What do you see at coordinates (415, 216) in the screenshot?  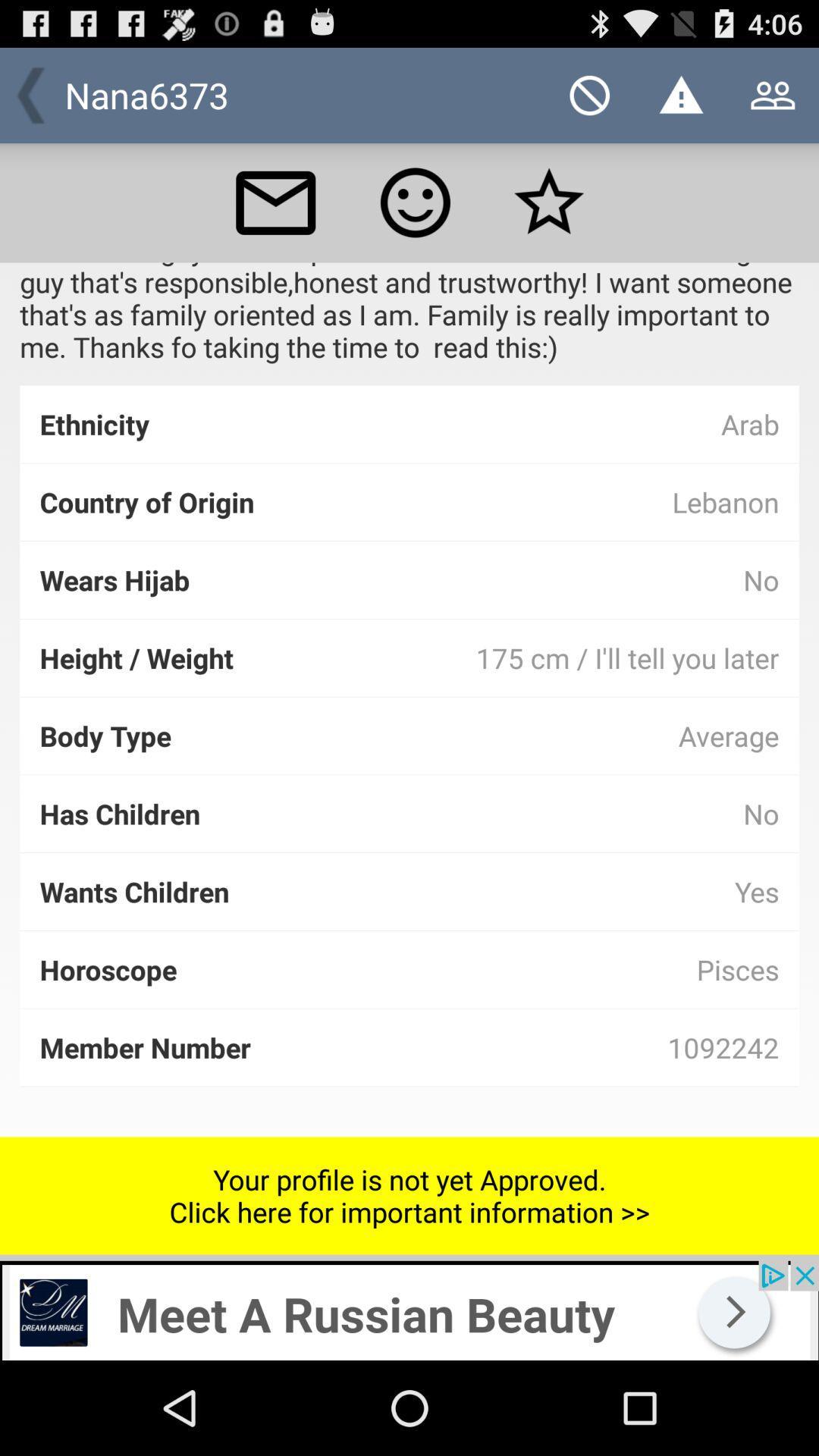 I see `the emoji icon` at bounding box center [415, 216].